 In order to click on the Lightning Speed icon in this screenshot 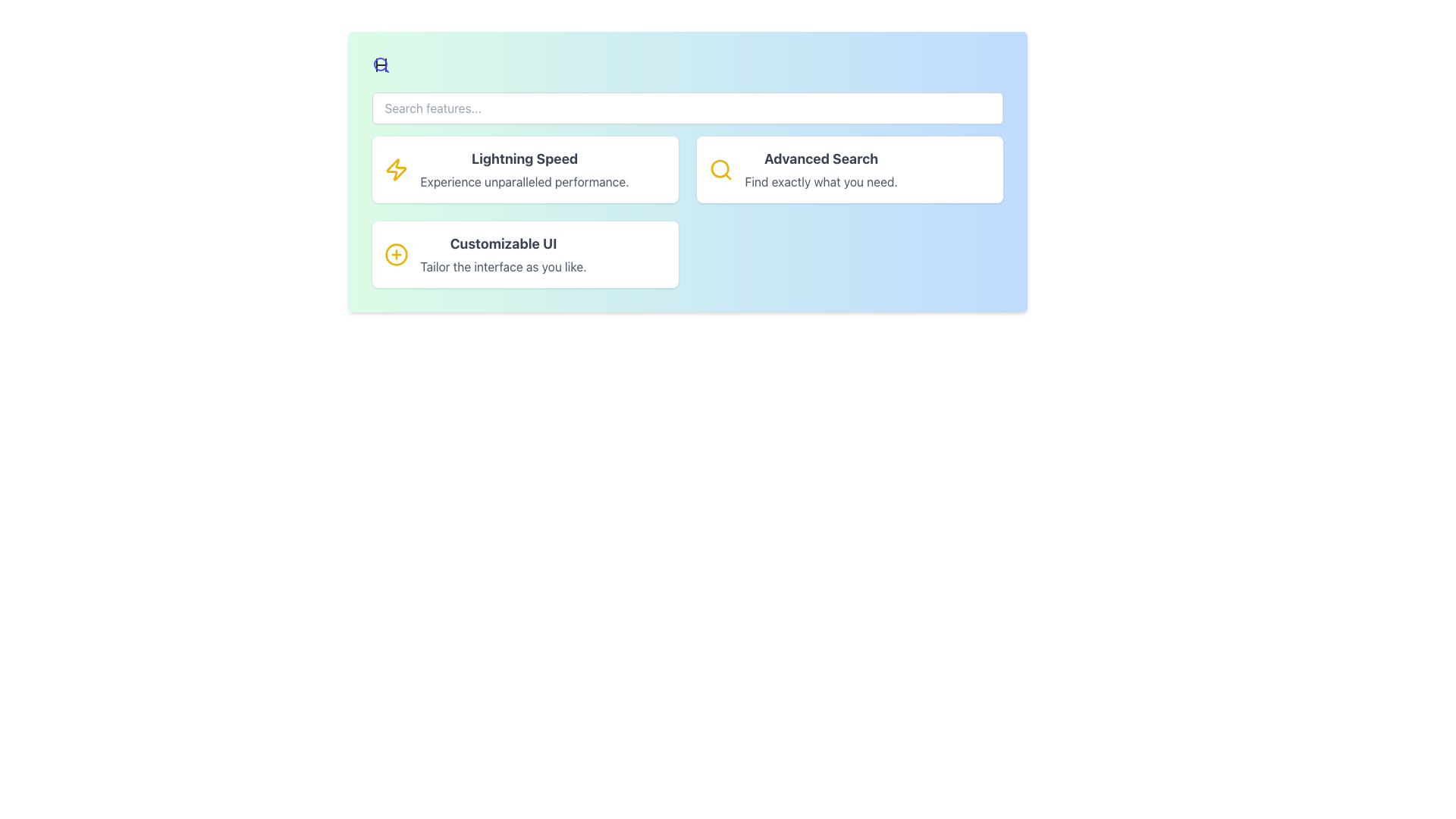, I will do `click(396, 169)`.